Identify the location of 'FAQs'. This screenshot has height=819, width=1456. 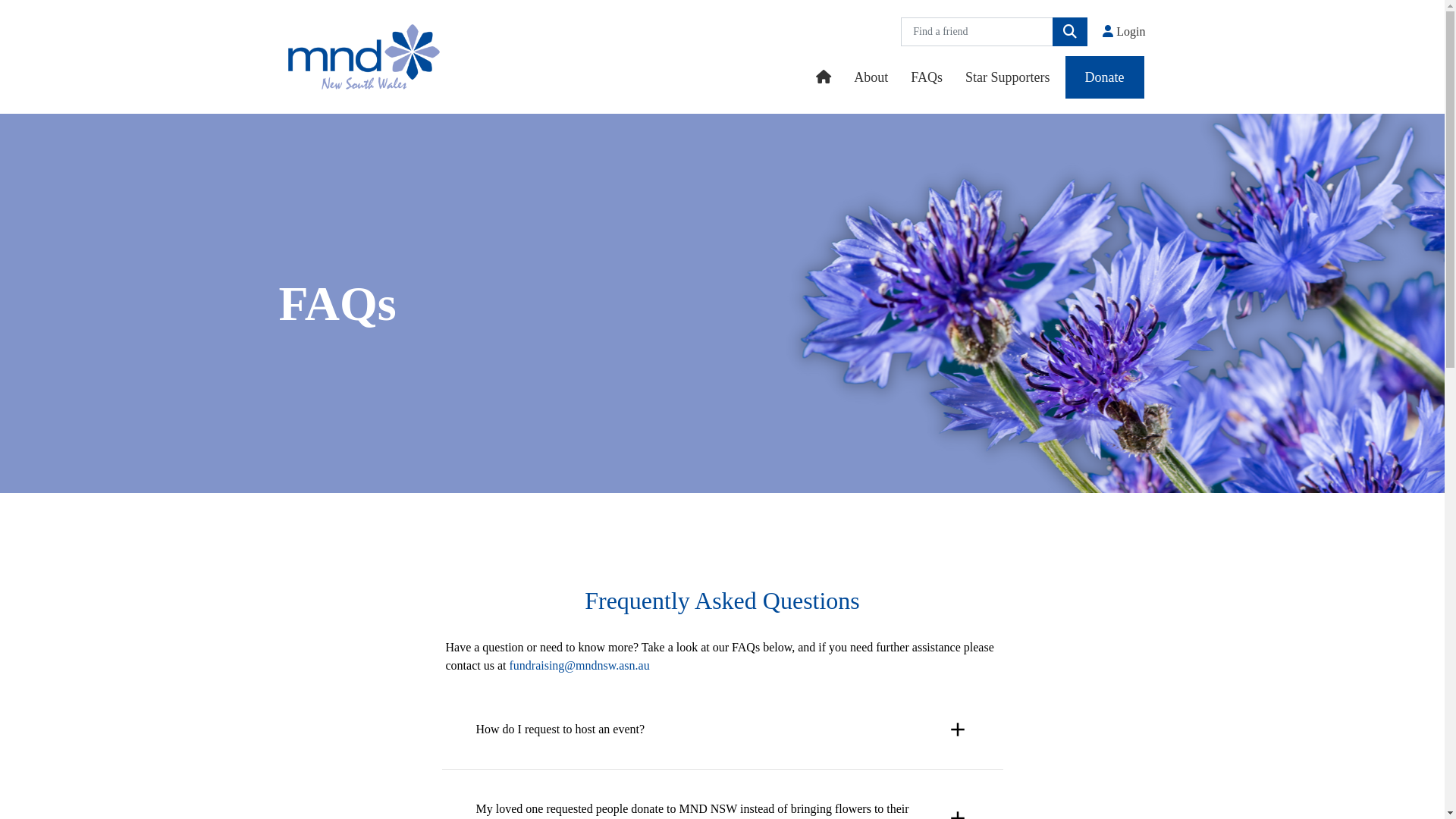
(926, 77).